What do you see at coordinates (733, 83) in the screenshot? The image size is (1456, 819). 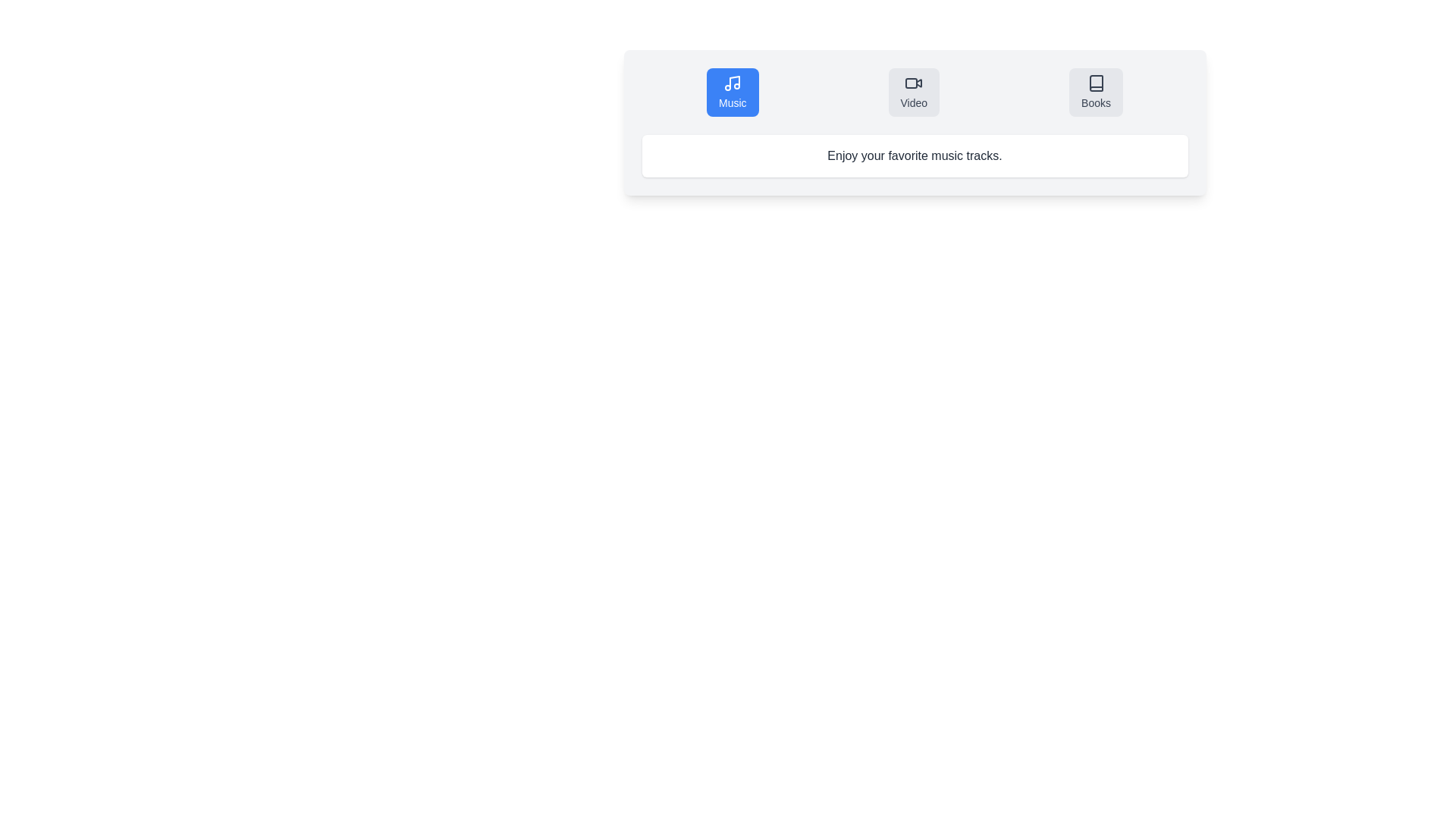 I see `the Vector graphic icon associated with the 'Music' button, which is the first button on the left in a group of three horizontally arranged buttons` at bounding box center [733, 83].